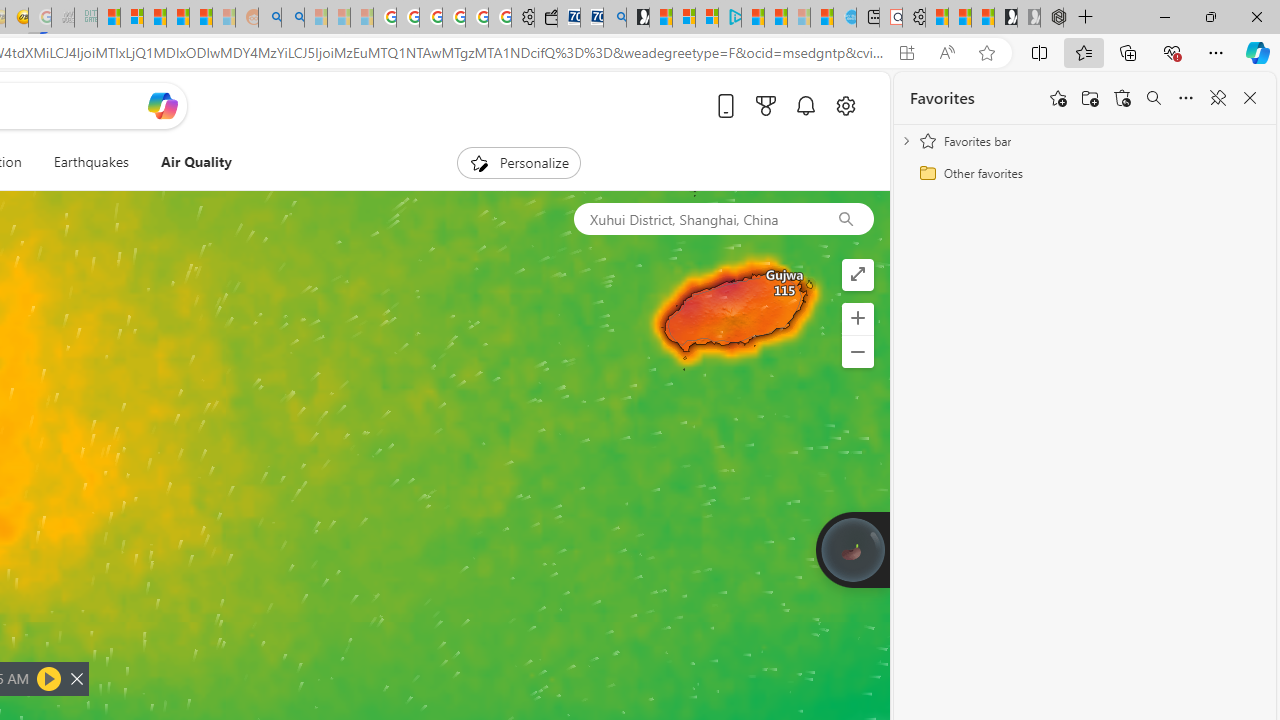 Image resolution: width=1280 pixels, height=720 pixels. I want to click on 'Xuhui District, Shanghai, China', so click(695, 218).